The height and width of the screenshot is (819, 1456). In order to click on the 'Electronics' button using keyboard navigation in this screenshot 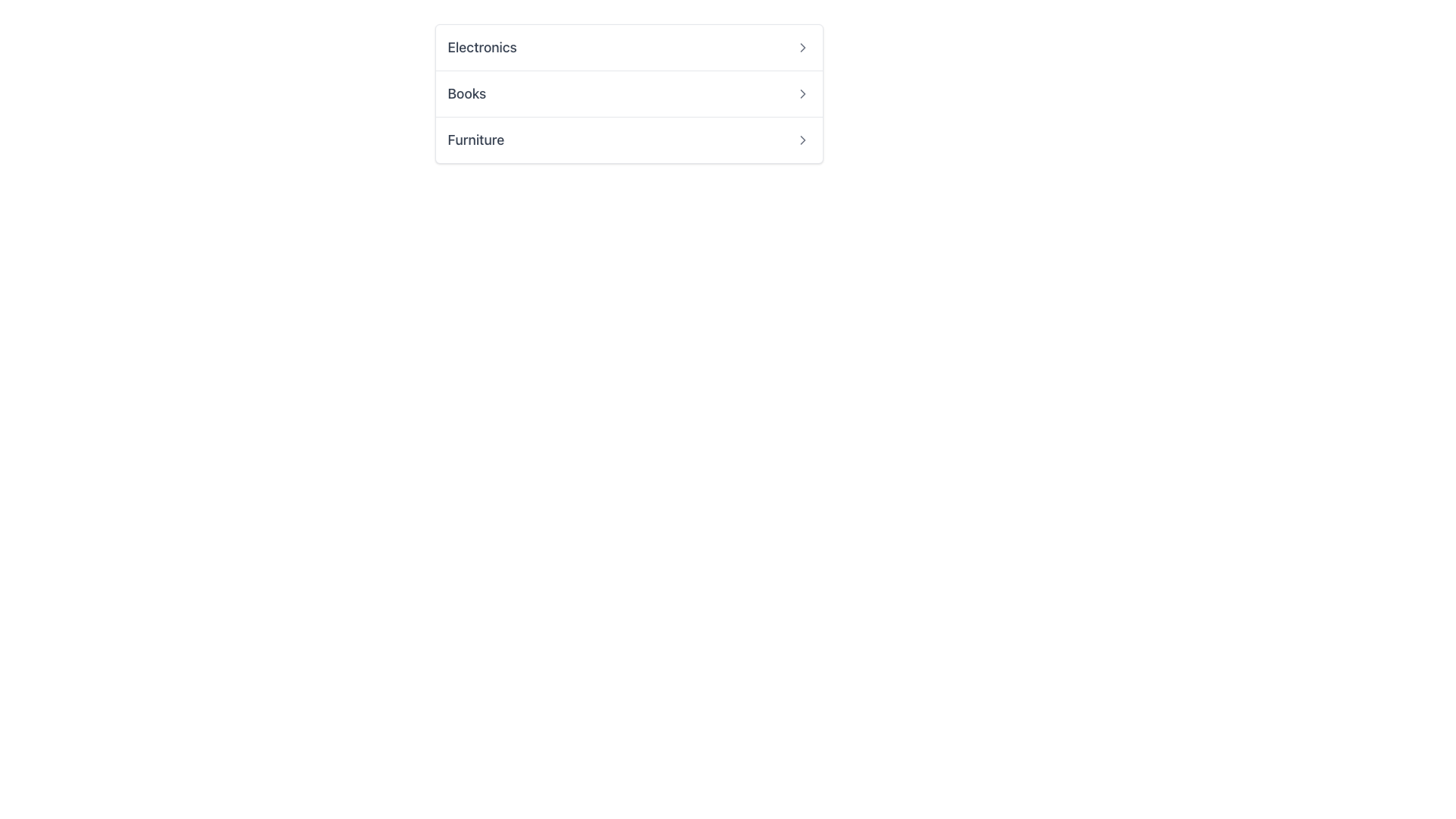, I will do `click(629, 46)`.